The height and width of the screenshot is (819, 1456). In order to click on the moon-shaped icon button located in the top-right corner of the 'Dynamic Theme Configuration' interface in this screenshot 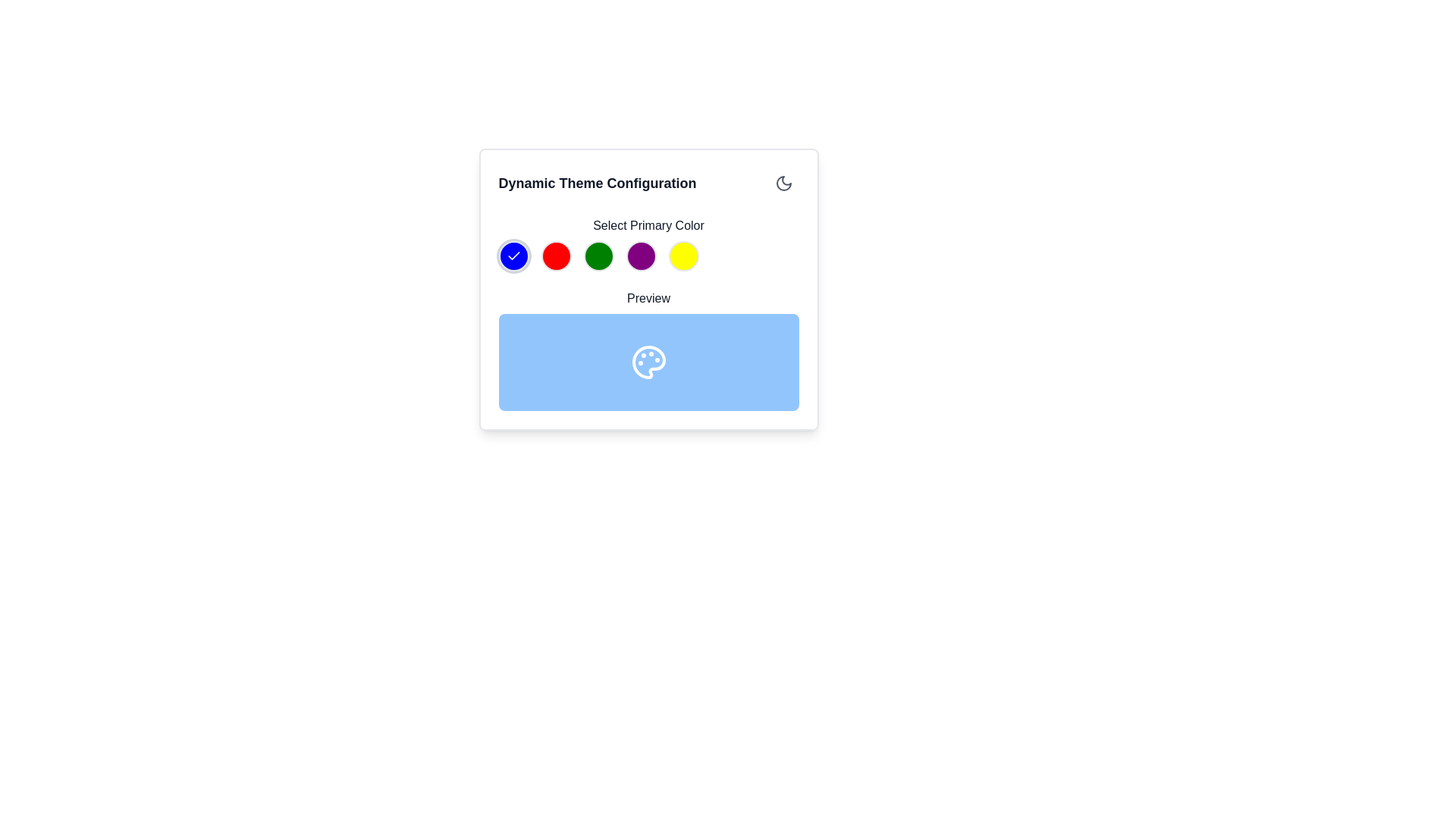, I will do `click(783, 183)`.